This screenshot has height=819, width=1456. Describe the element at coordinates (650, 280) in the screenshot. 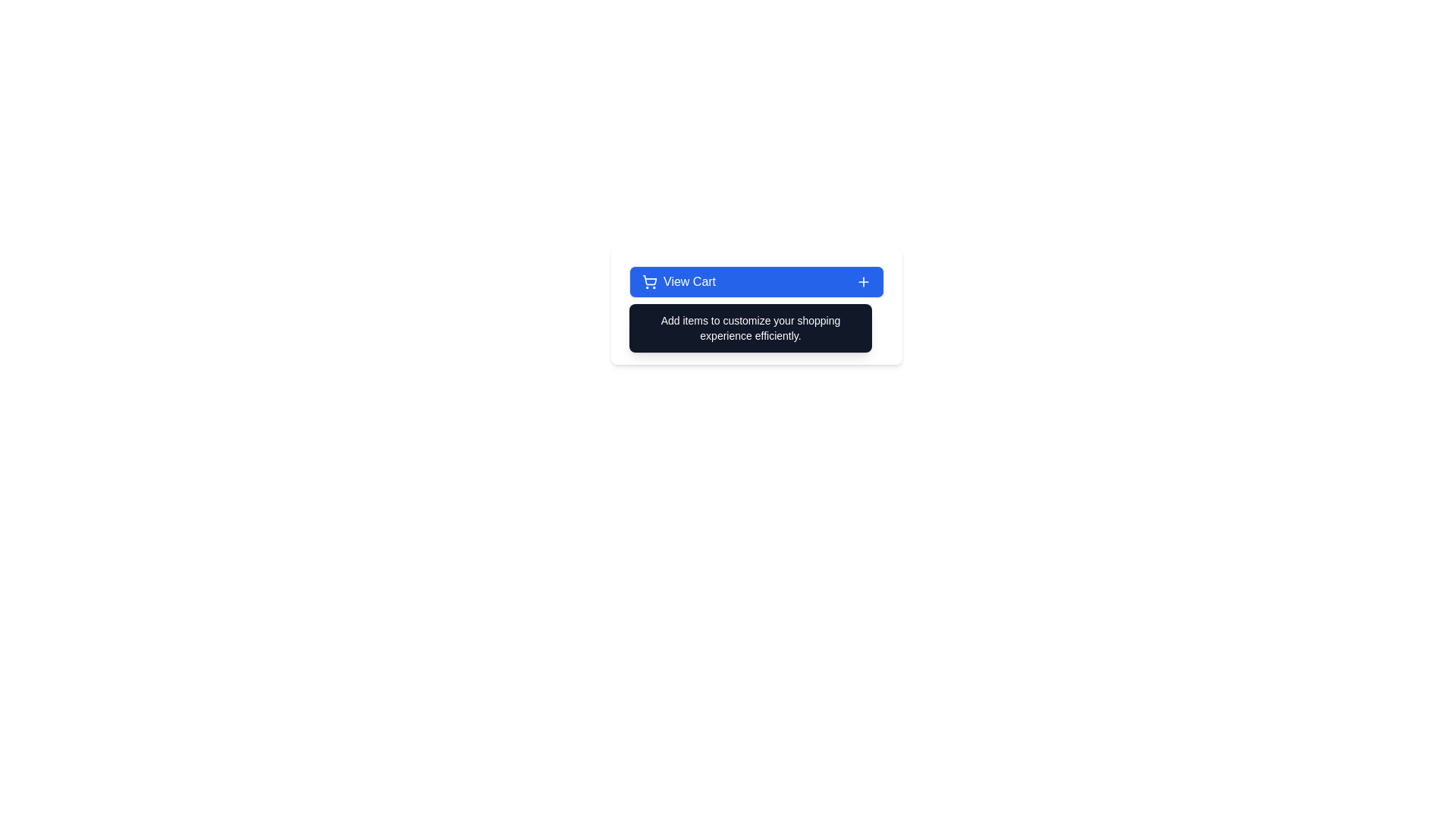

I see `the shopping cart icon element, which features a bold outline and is centrally located between two circular wheel elements, near the 'View Cart' button` at that location.